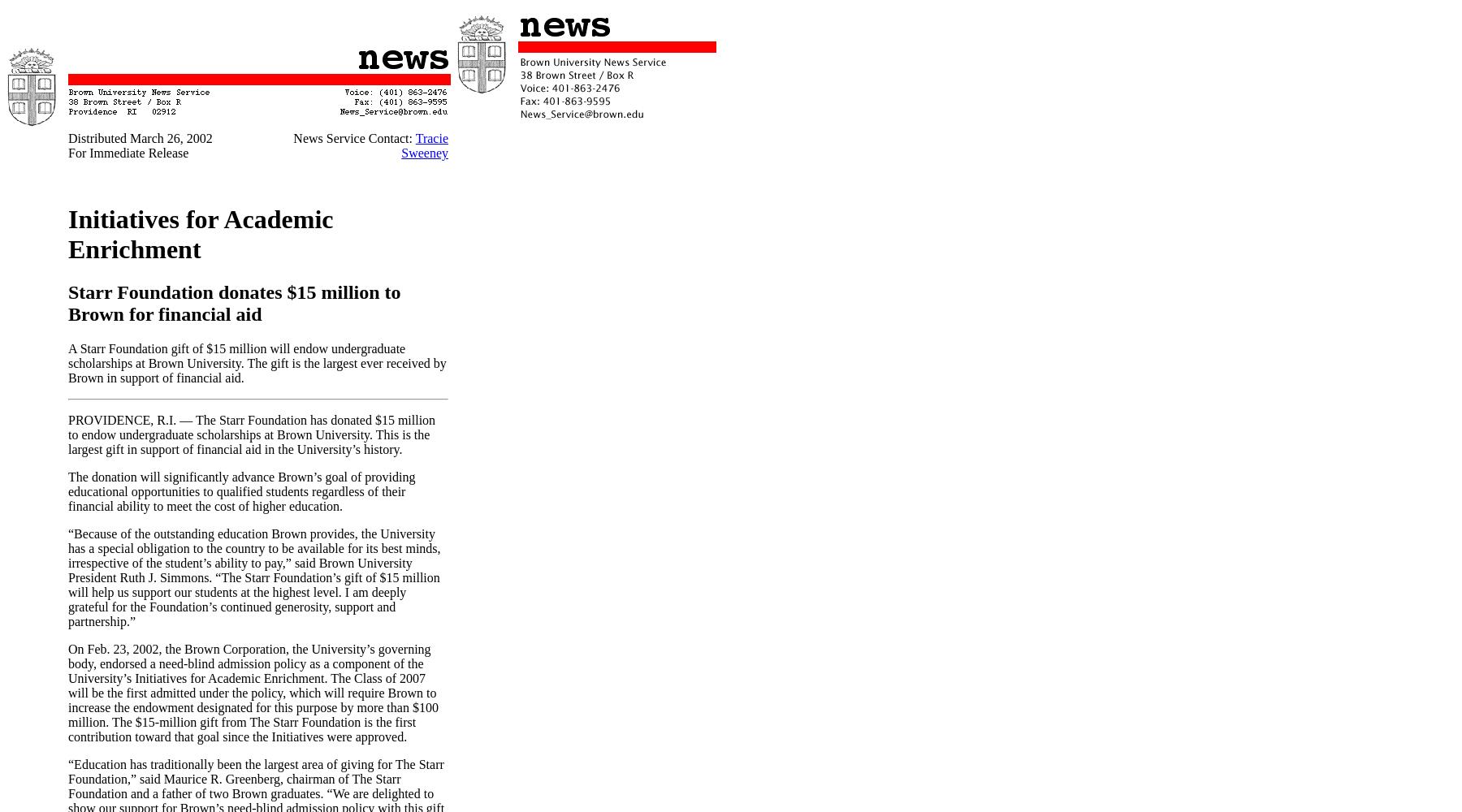 Image resolution: width=1462 pixels, height=812 pixels. What do you see at coordinates (424, 145) in the screenshot?
I see `'Tracie Sweeney'` at bounding box center [424, 145].